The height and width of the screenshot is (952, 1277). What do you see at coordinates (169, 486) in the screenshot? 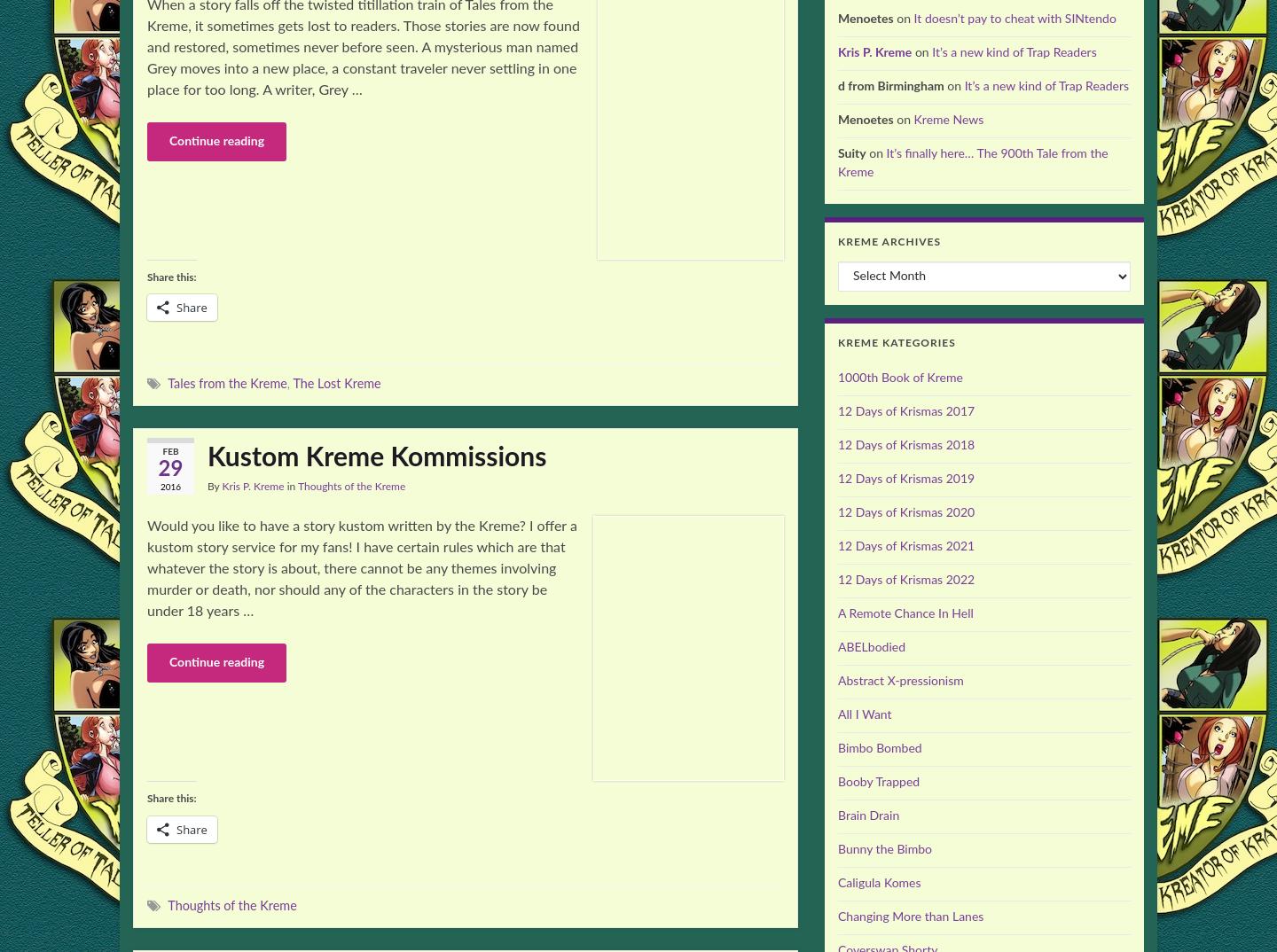
I see `'2016'` at bounding box center [169, 486].